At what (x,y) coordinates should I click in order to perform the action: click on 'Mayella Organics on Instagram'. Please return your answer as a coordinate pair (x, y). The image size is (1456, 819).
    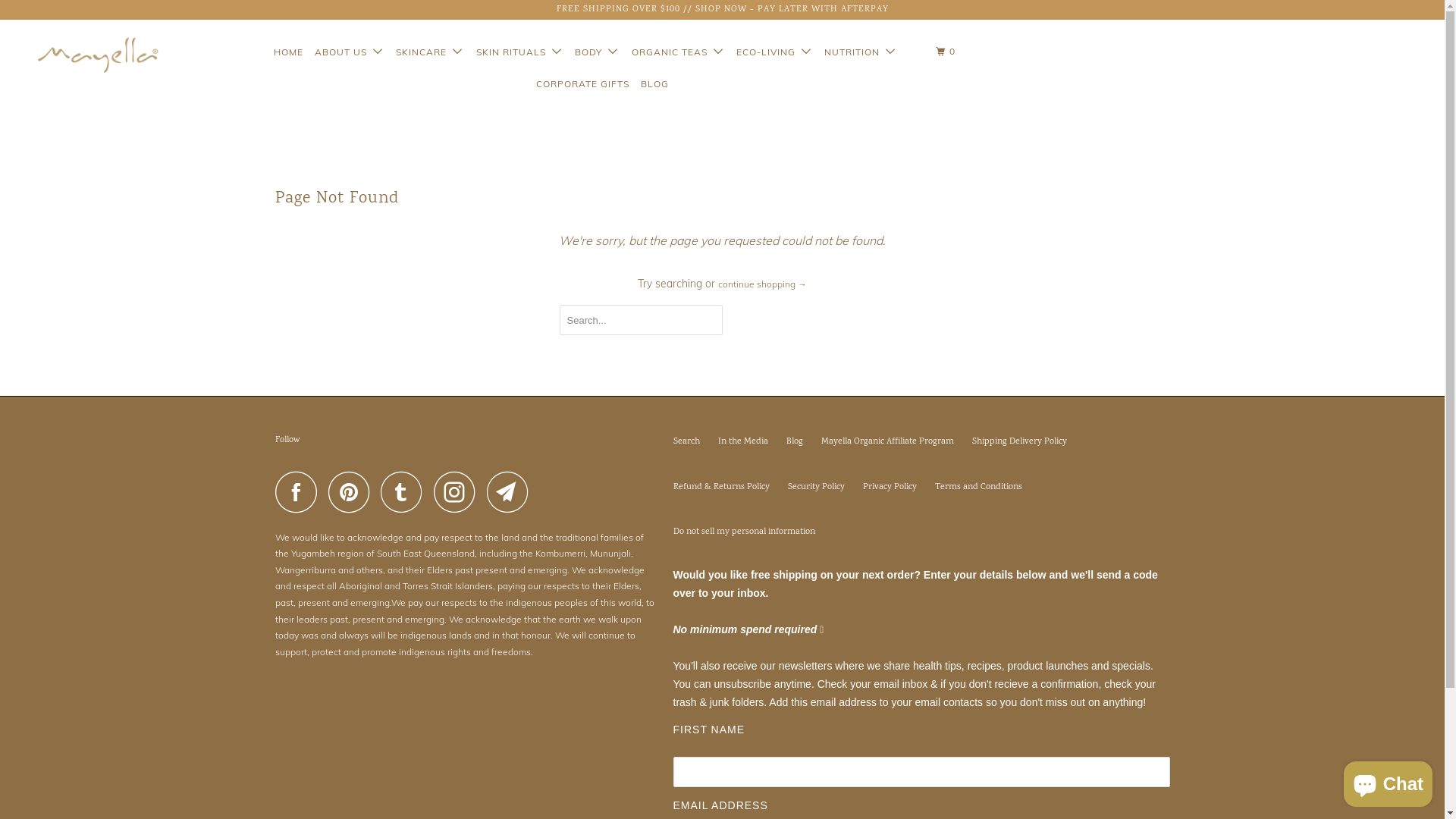
    Looking at the image, I should click on (457, 491).